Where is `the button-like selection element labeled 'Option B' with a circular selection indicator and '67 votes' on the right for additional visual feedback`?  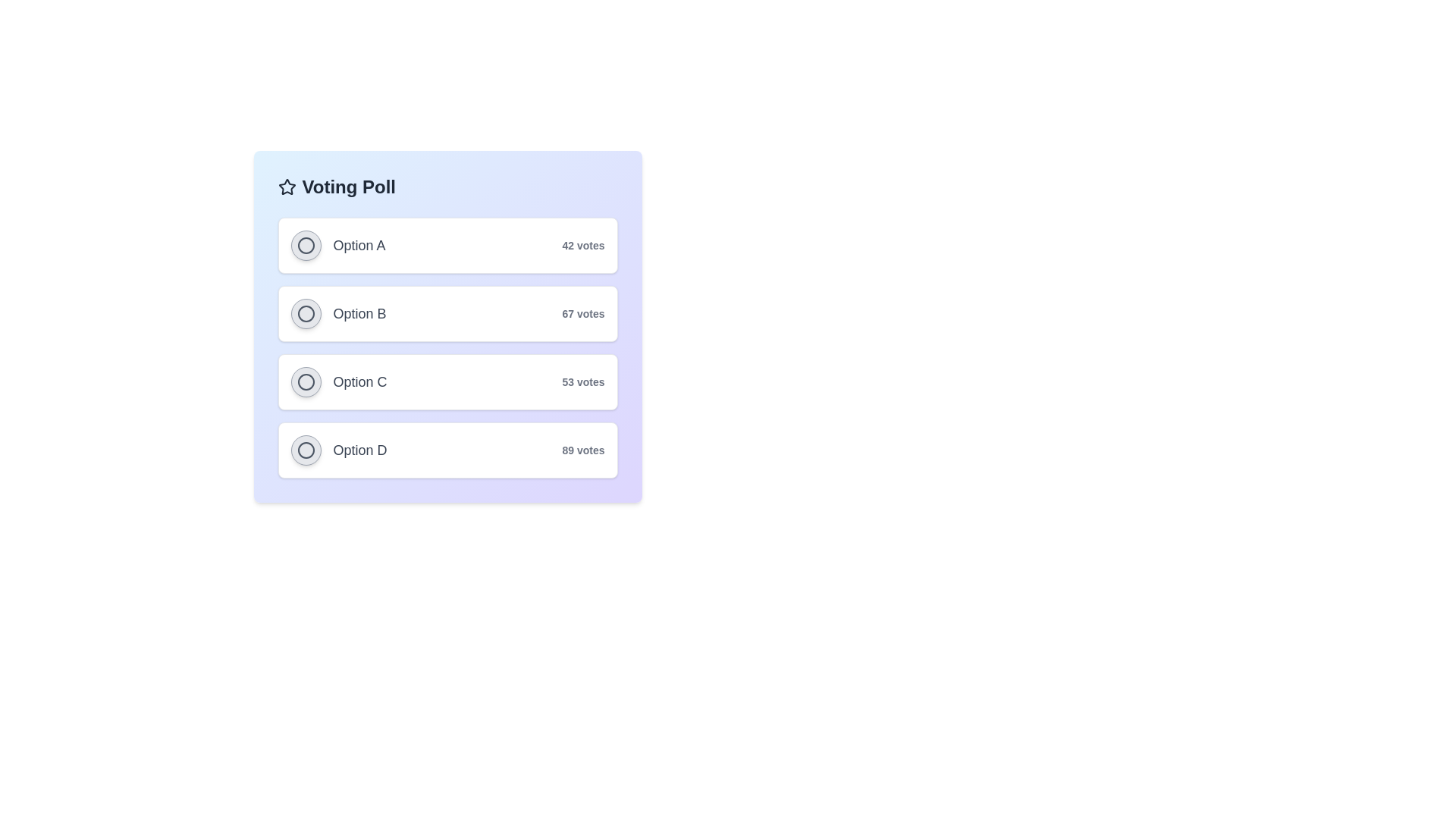
the button-like selection element labeled 'Option B' with a circular selection indicator and '67 votes' on the right for additional visual feedback is located at coordinates (447, 312).